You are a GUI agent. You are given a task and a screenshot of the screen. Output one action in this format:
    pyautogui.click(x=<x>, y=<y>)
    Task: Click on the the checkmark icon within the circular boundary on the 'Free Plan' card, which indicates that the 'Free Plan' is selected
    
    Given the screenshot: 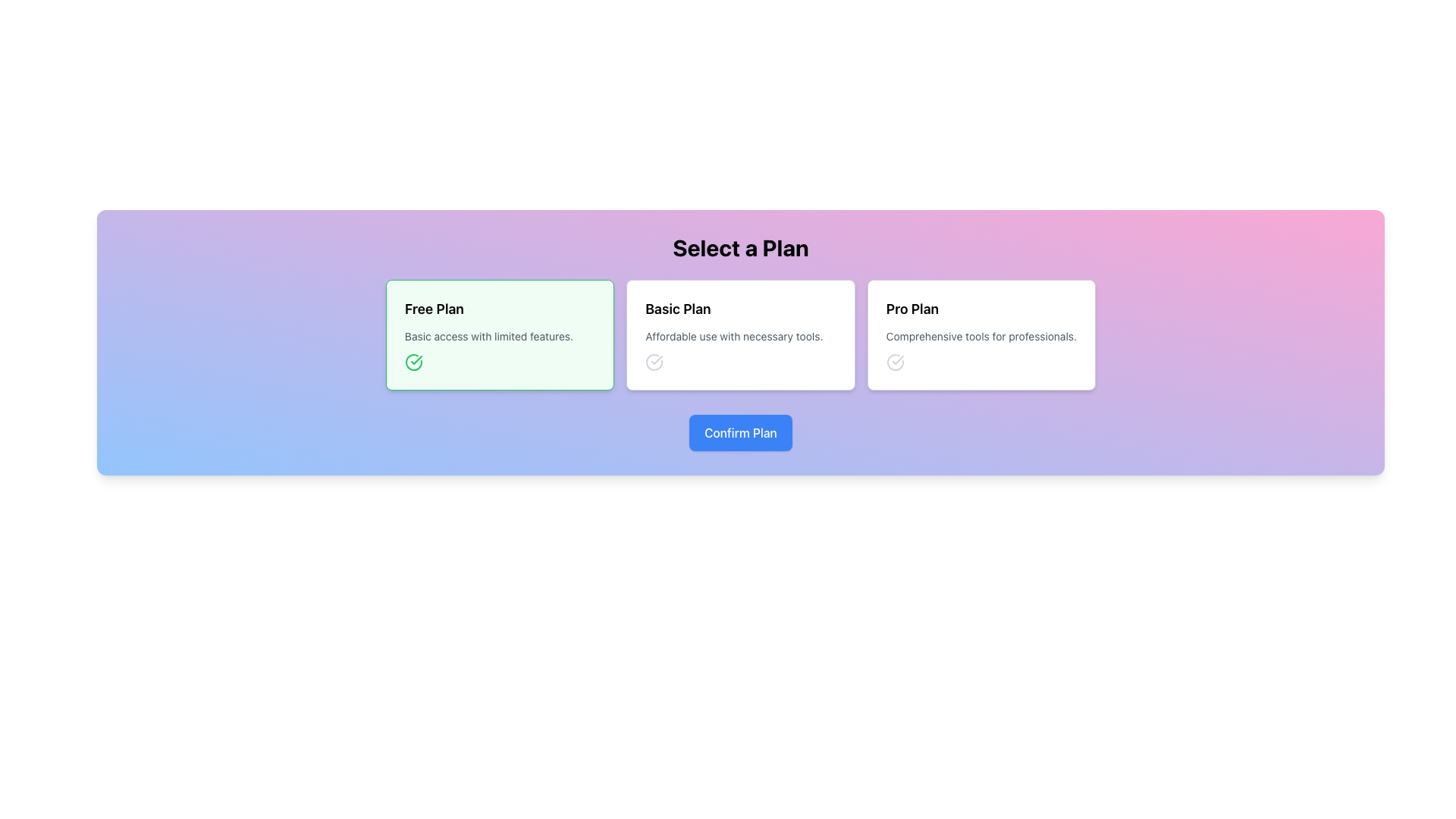 What is the action you would take?
    pyautogui.click(x=413, y=362)
    